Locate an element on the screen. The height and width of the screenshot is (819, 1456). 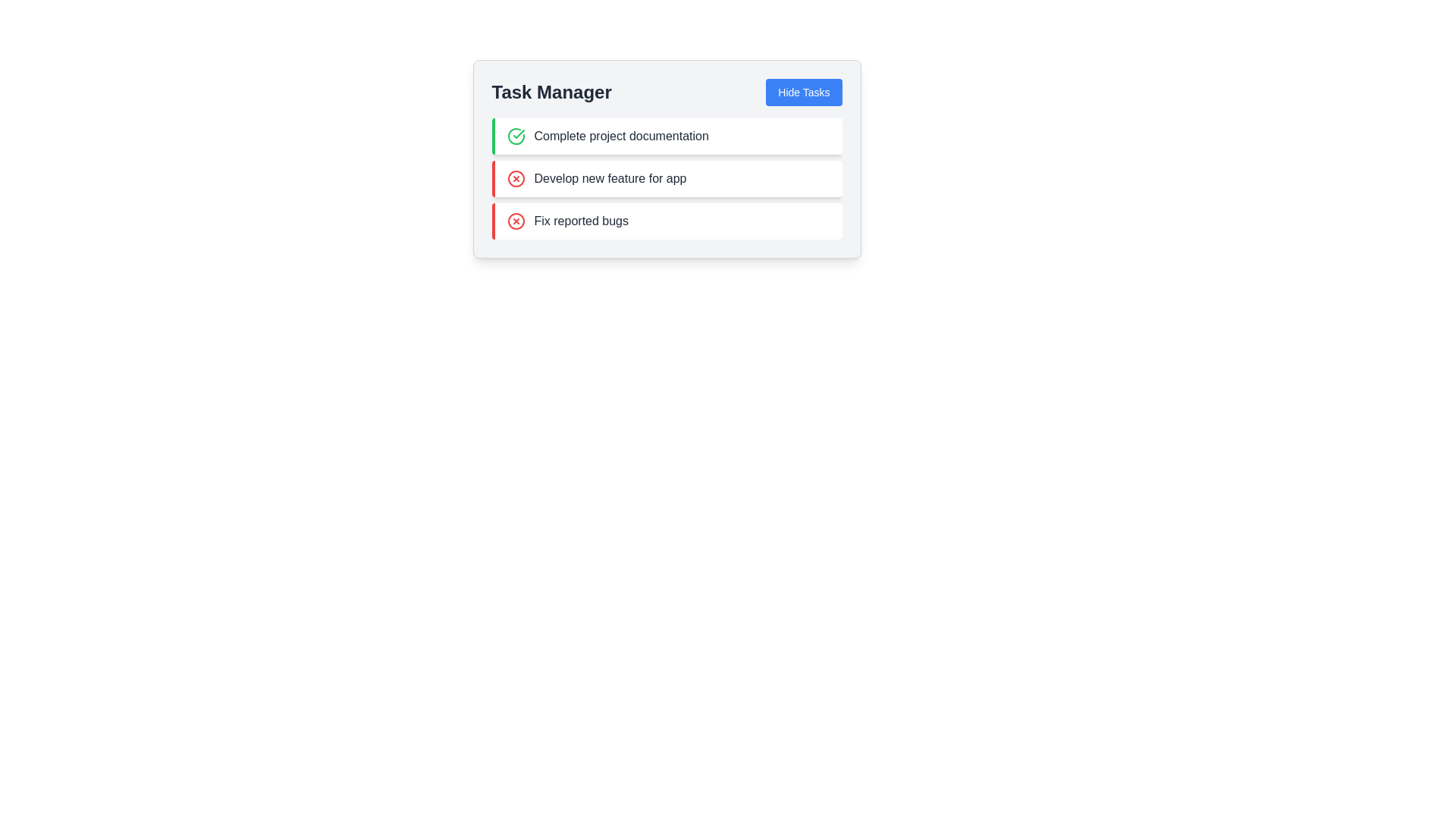
the blue button labeled 'Hide Tasks' in the top right corner of the 'Task Manager' section is located at coordinates (803, 93).